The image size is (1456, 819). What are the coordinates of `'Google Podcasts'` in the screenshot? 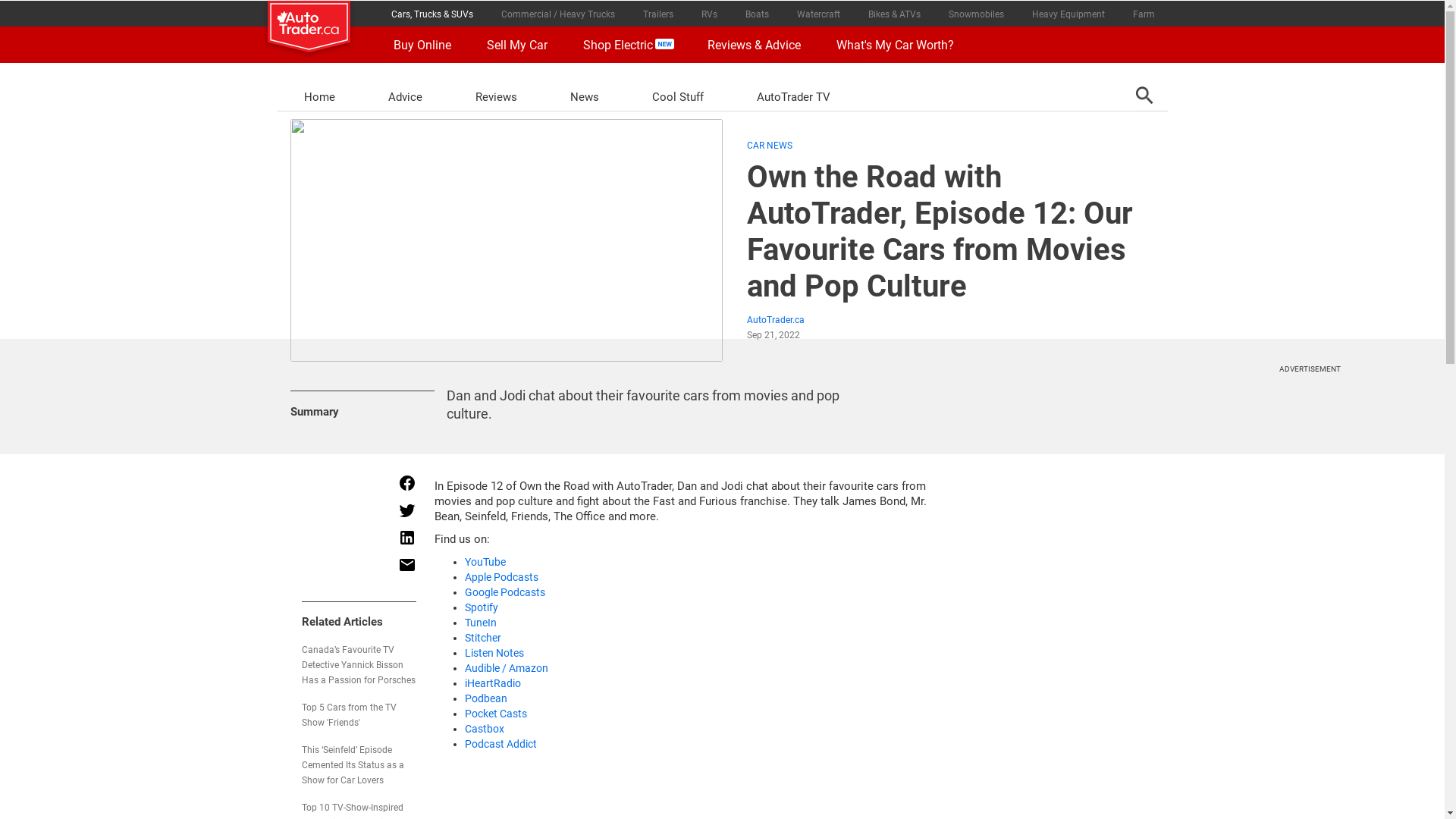 It's located at (504, 591).